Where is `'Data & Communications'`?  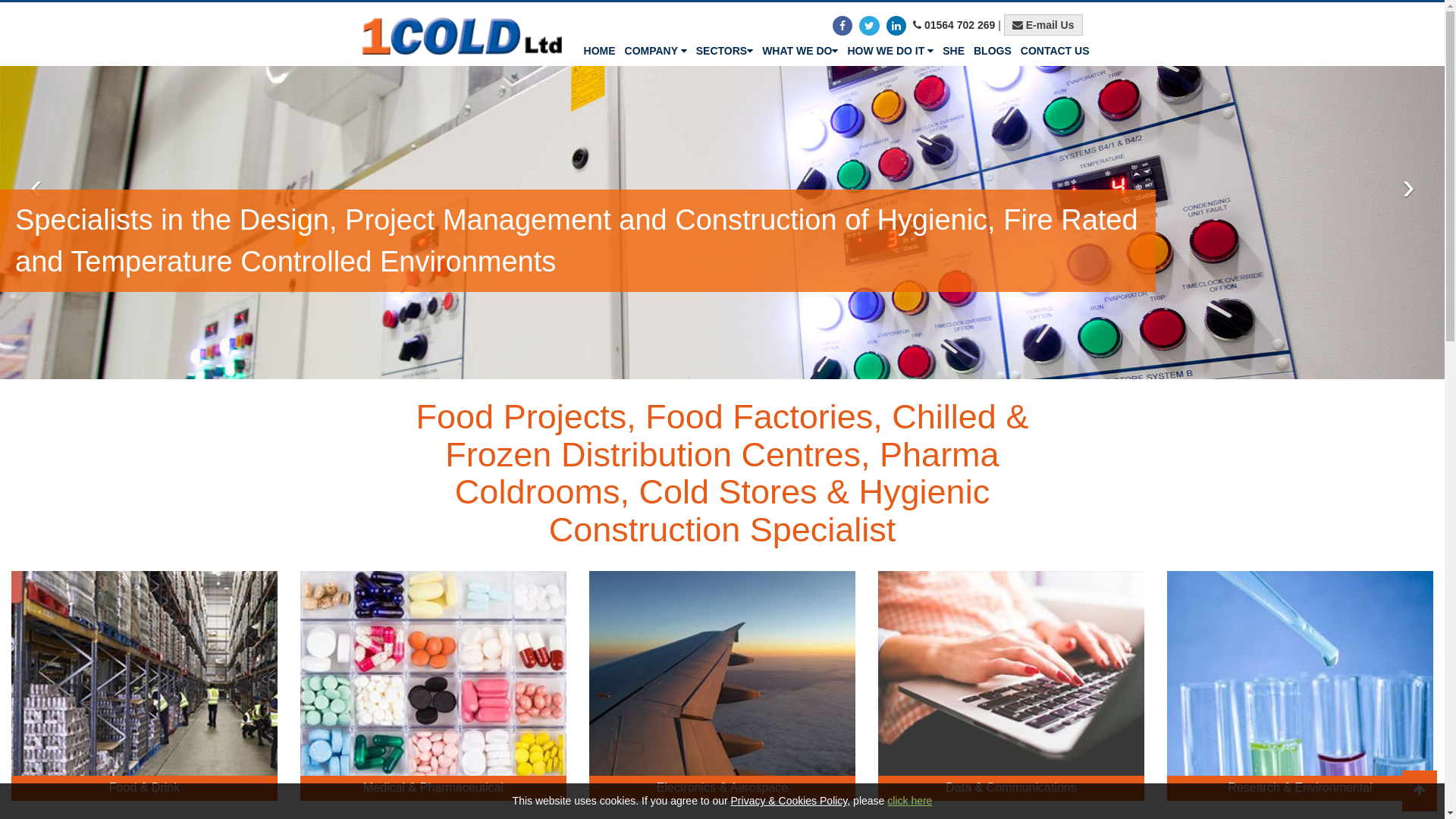
'Data & Communications' is located at coordinates (1011, 686).